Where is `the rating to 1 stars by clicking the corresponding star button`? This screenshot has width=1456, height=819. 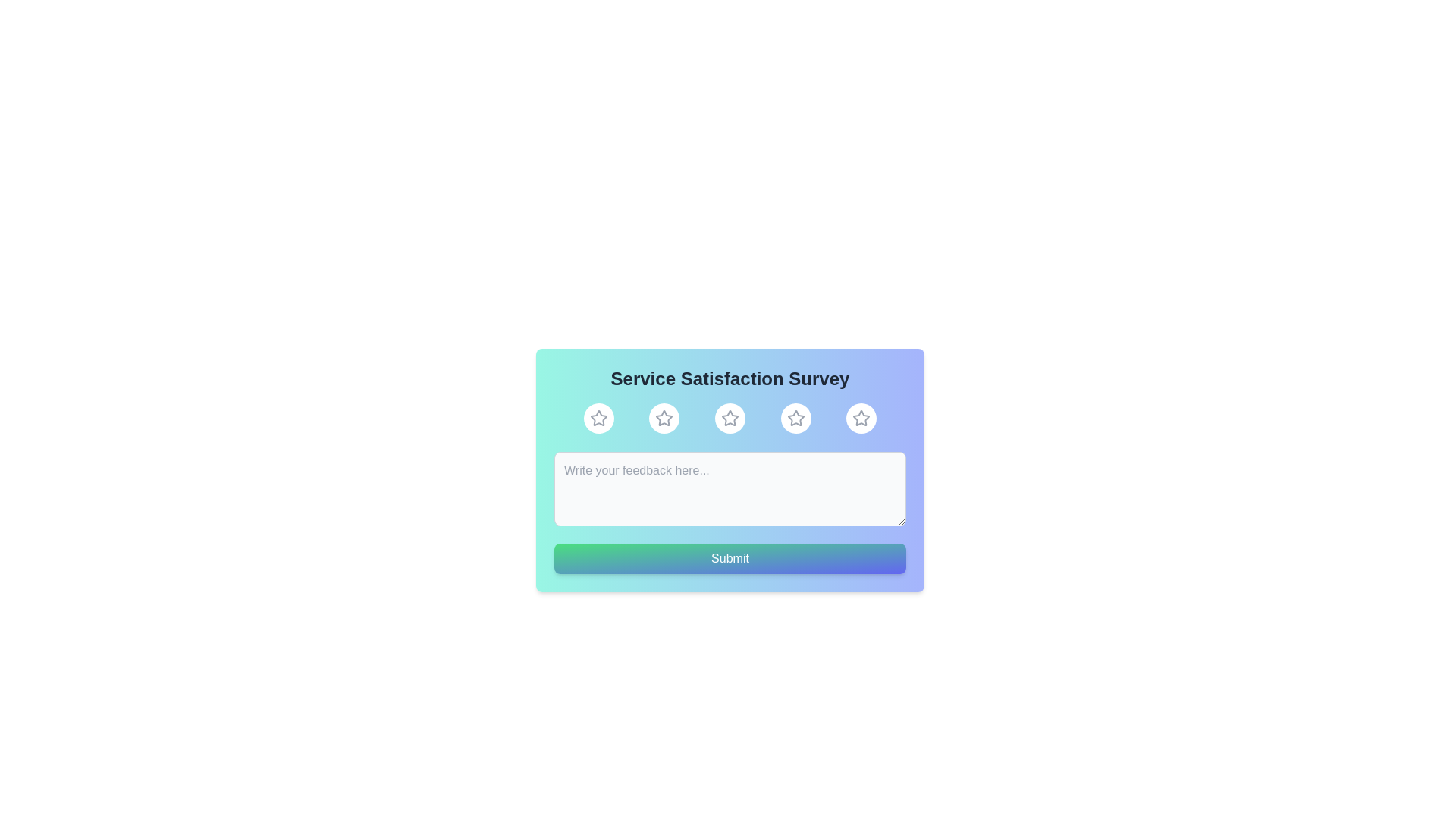
the rating to 1 stars by clicking the corresponding star button is located at coordinates (598, 418).